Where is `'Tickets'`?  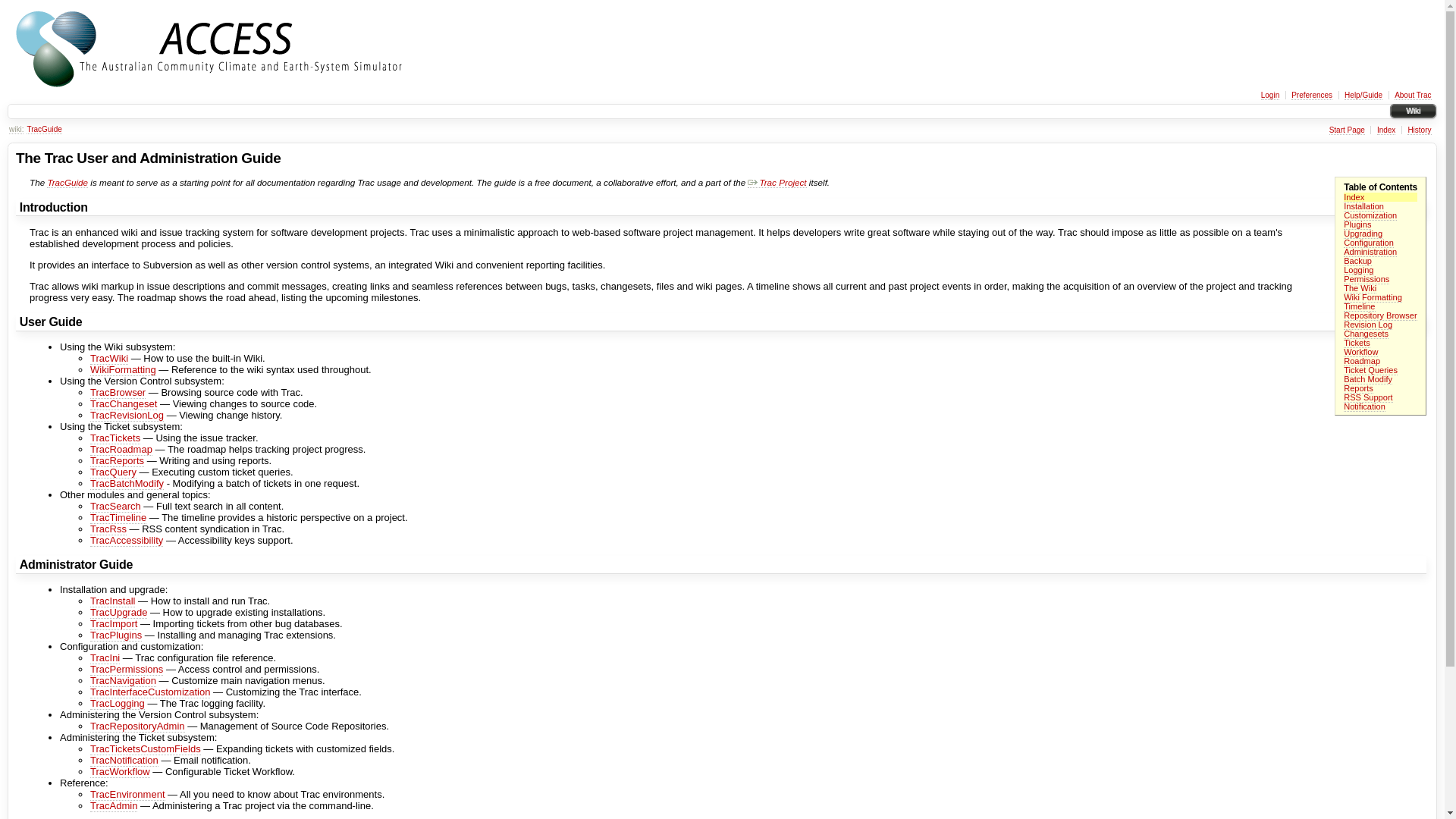
'Tickets' is located at coordinates (1357, 343).